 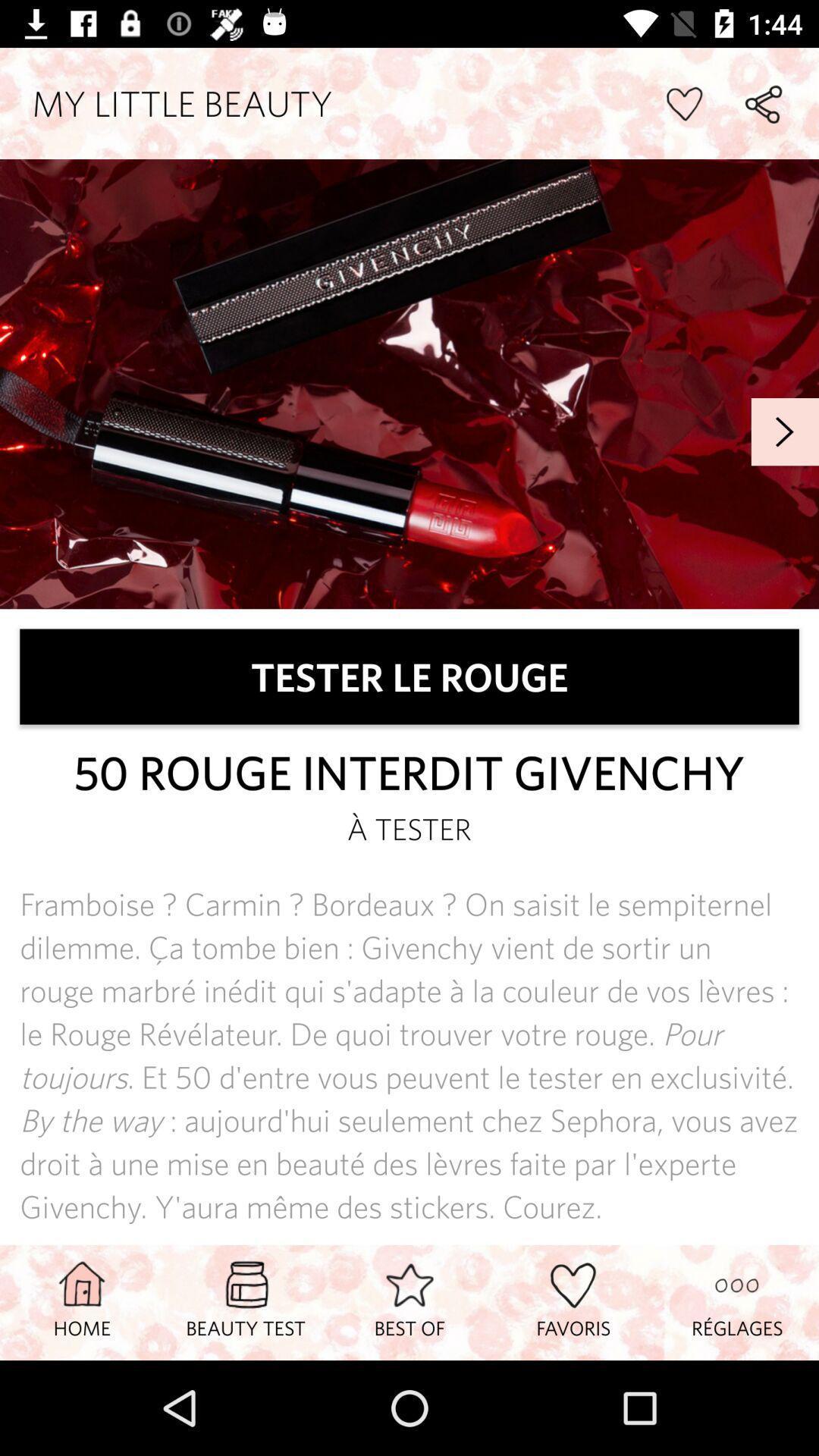 What do you see at coordinates (683, 102) in the screenshot?
I see `choose favourite symbol` at bounding box center [683, 102].